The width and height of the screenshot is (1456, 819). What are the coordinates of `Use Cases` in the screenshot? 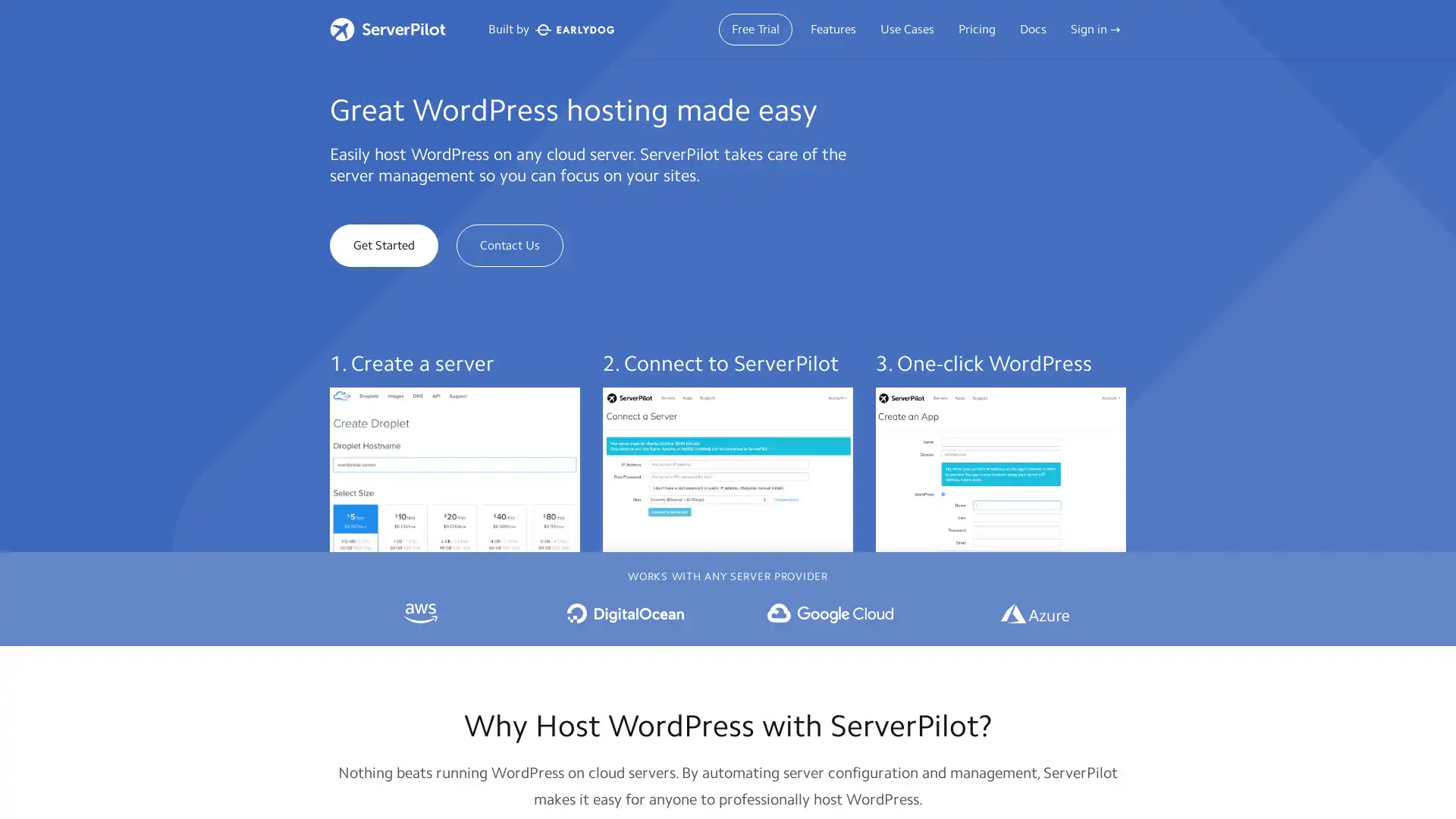 It's located at (907, 29).